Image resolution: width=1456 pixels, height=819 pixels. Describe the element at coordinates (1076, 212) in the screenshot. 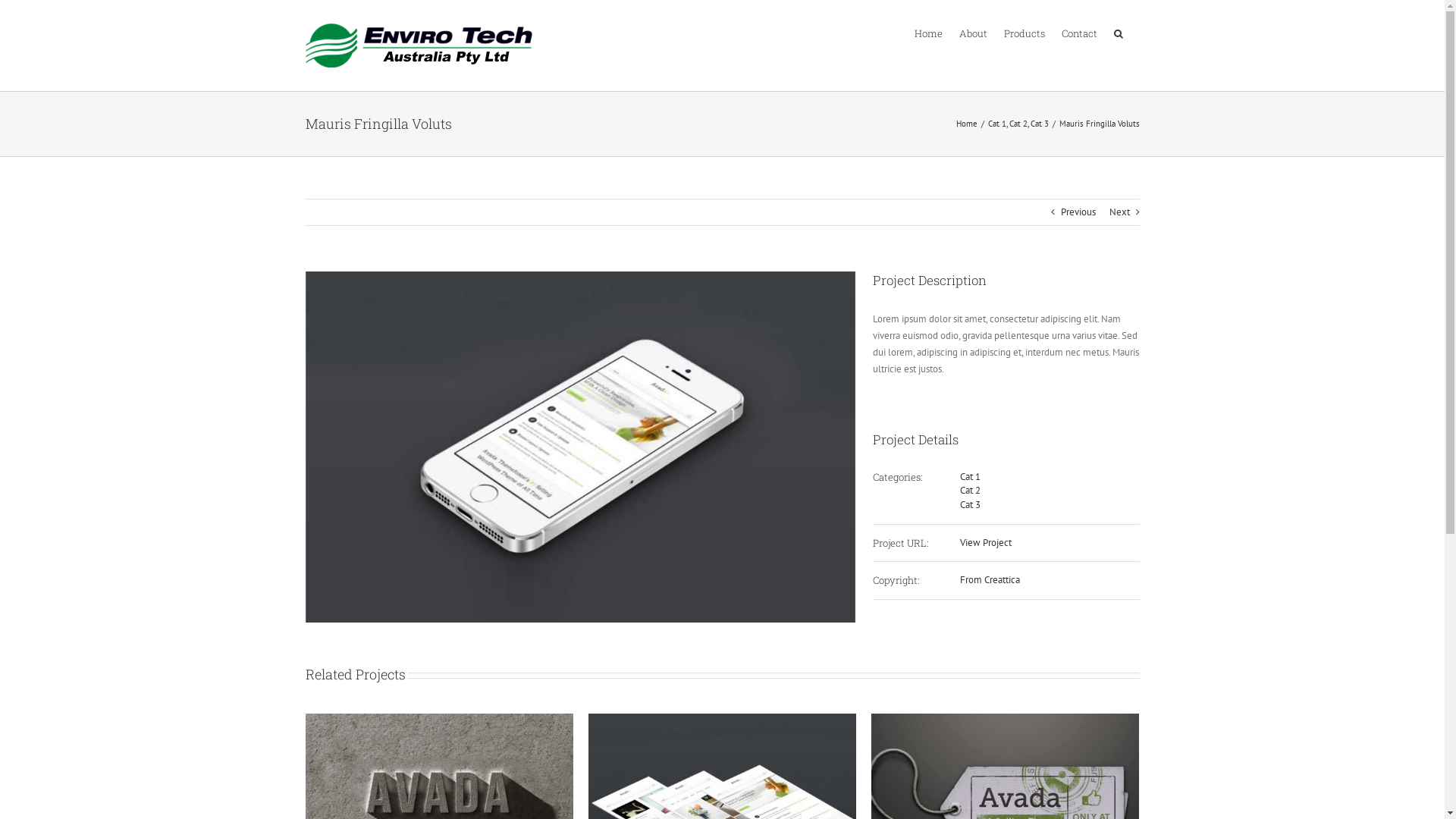

I see `'Previous'` at that location.